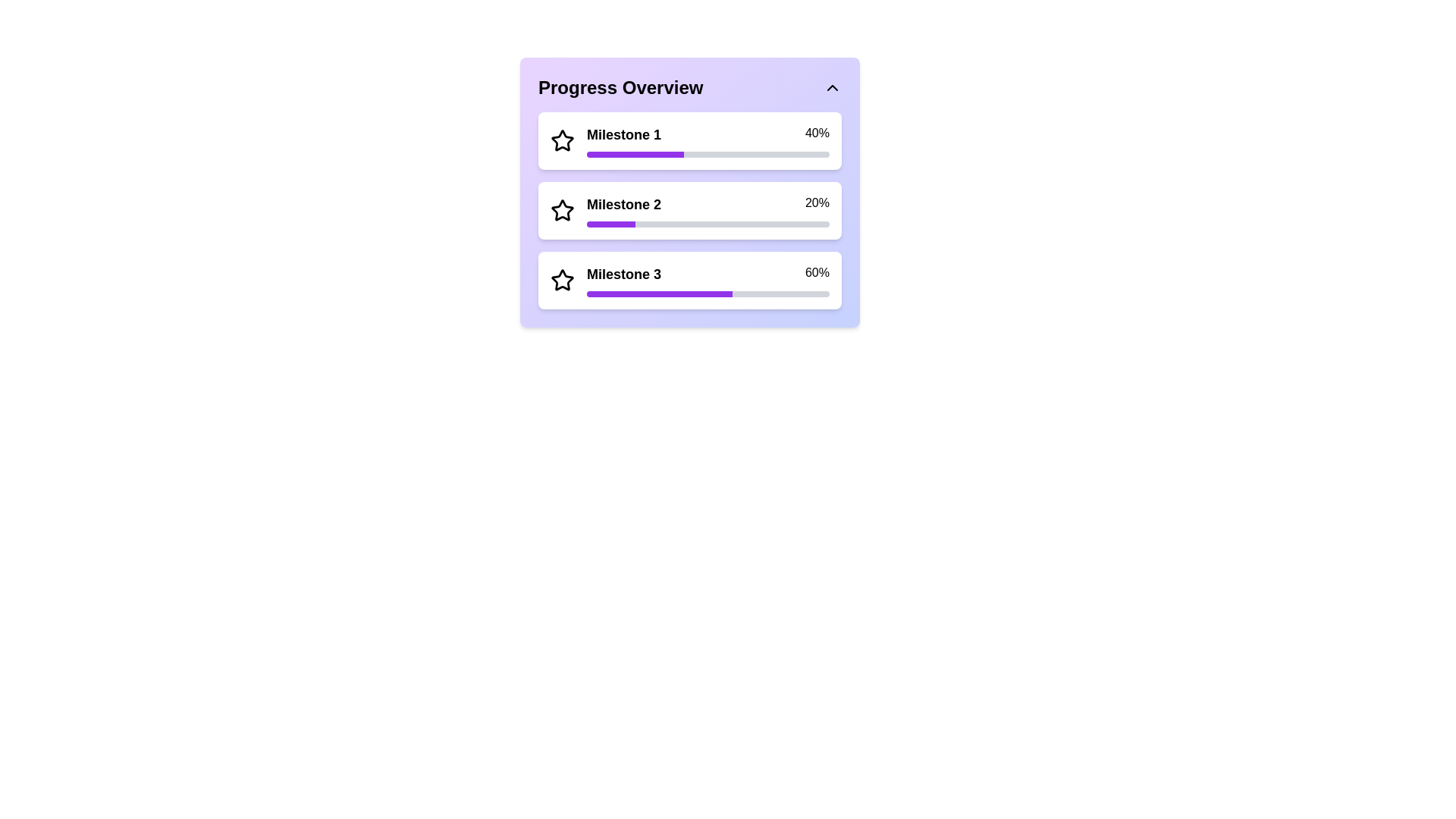  I want to click on the star-shaped icon representing 'Milestone 3' in the progress bar, which is the third item in the list, so click(562, 281).